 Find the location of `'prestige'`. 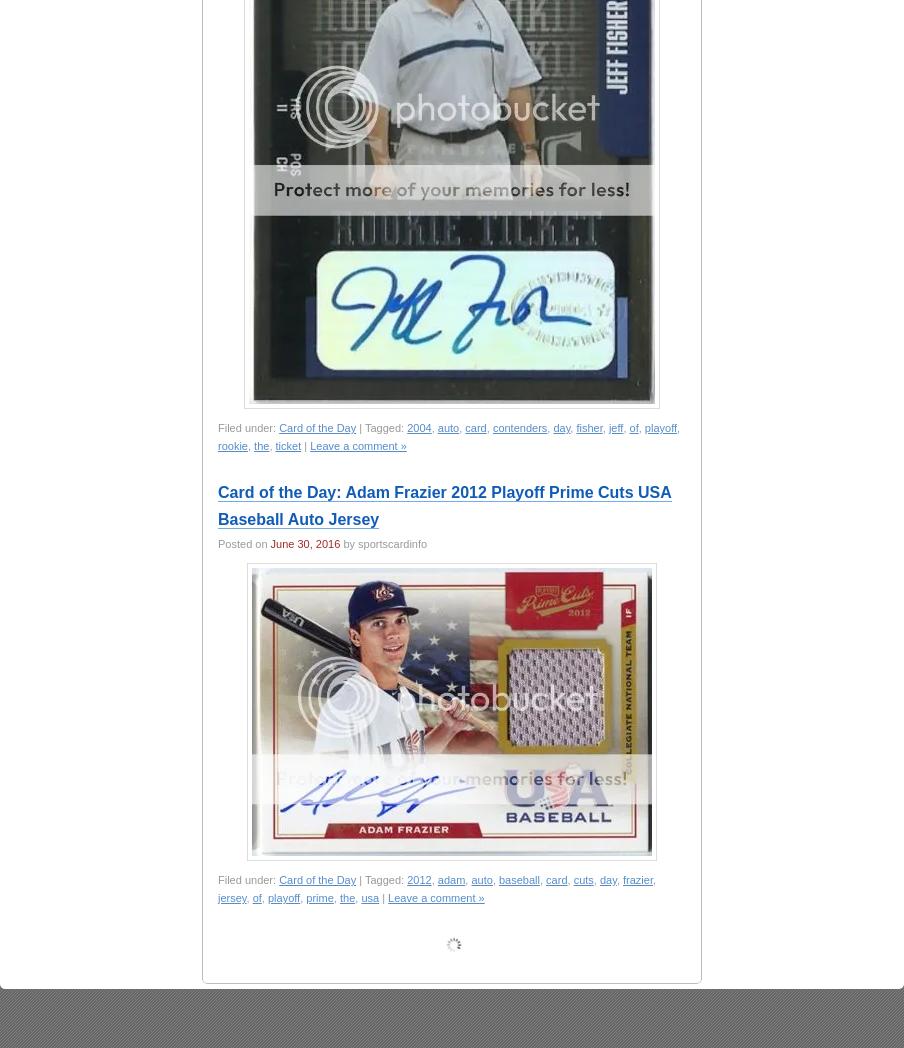

'prestige' is located at coordinates (580, 1016).